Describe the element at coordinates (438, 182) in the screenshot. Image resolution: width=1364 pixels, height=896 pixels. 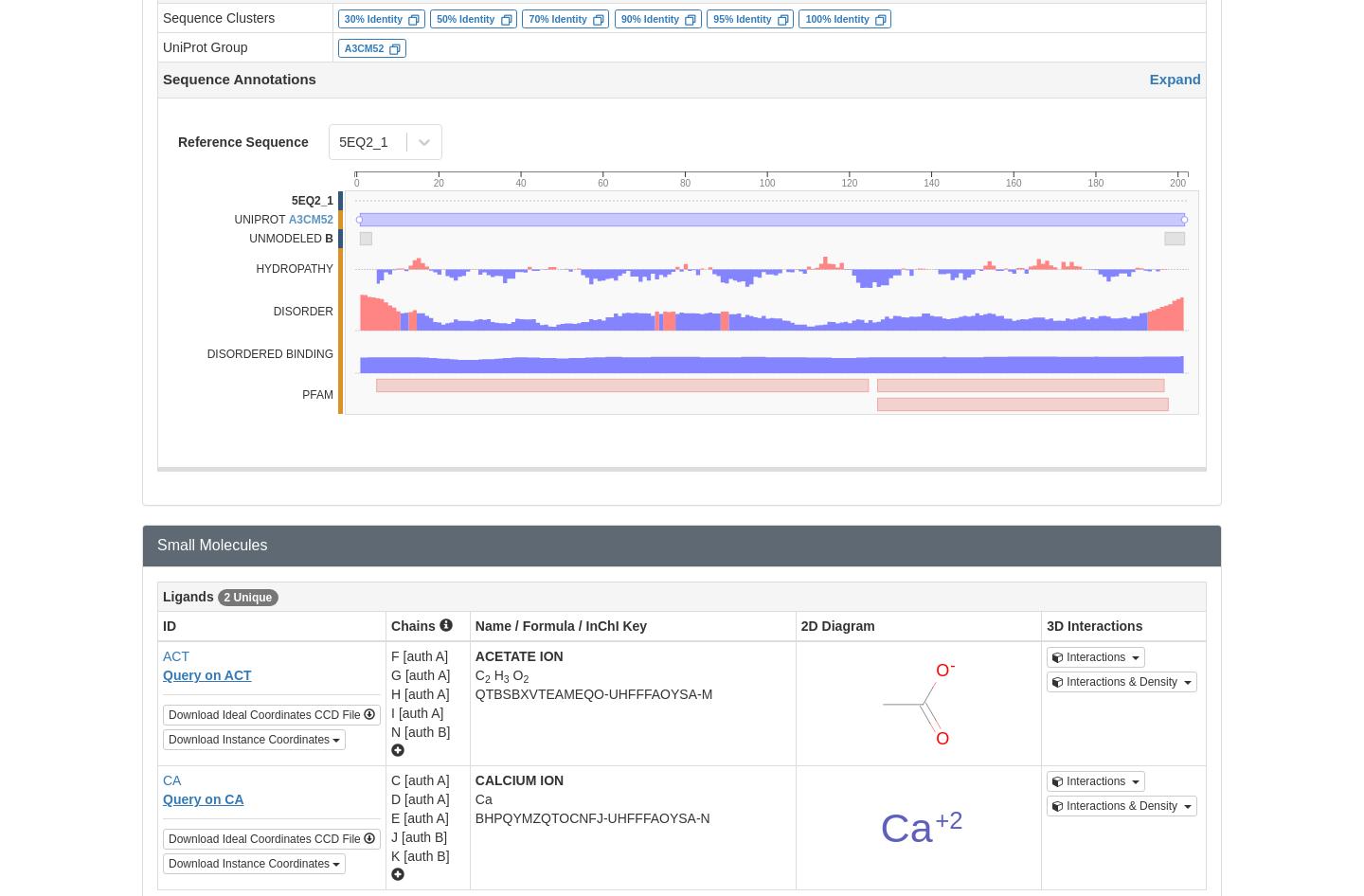
I see `'20'` at that location.